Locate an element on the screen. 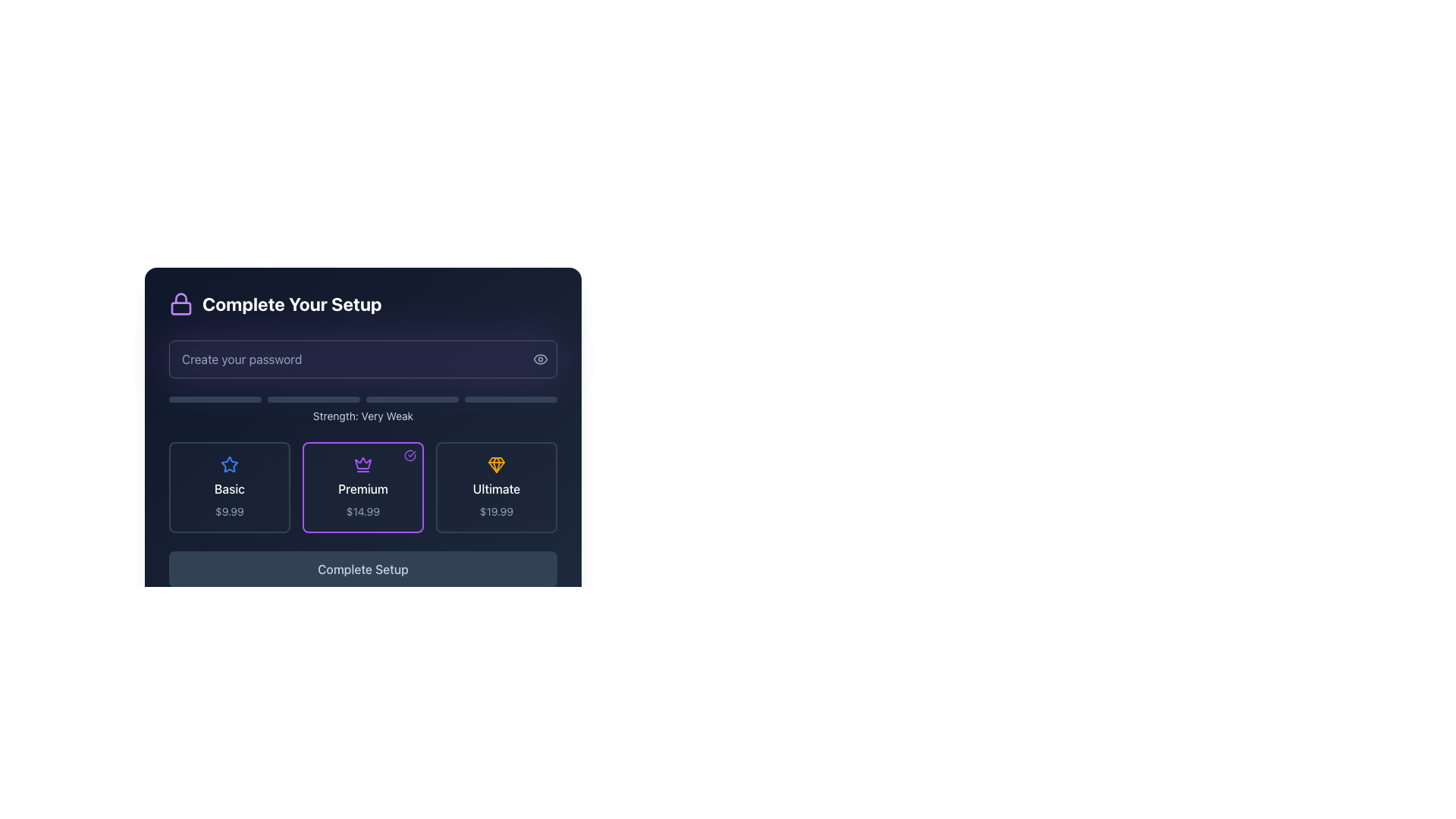 The height and width of the screenshot is (819, 1456). the second progress bar segment located below the 'Create your password' input field, which visually represents progress in the process is located at coordinates (312, 399).